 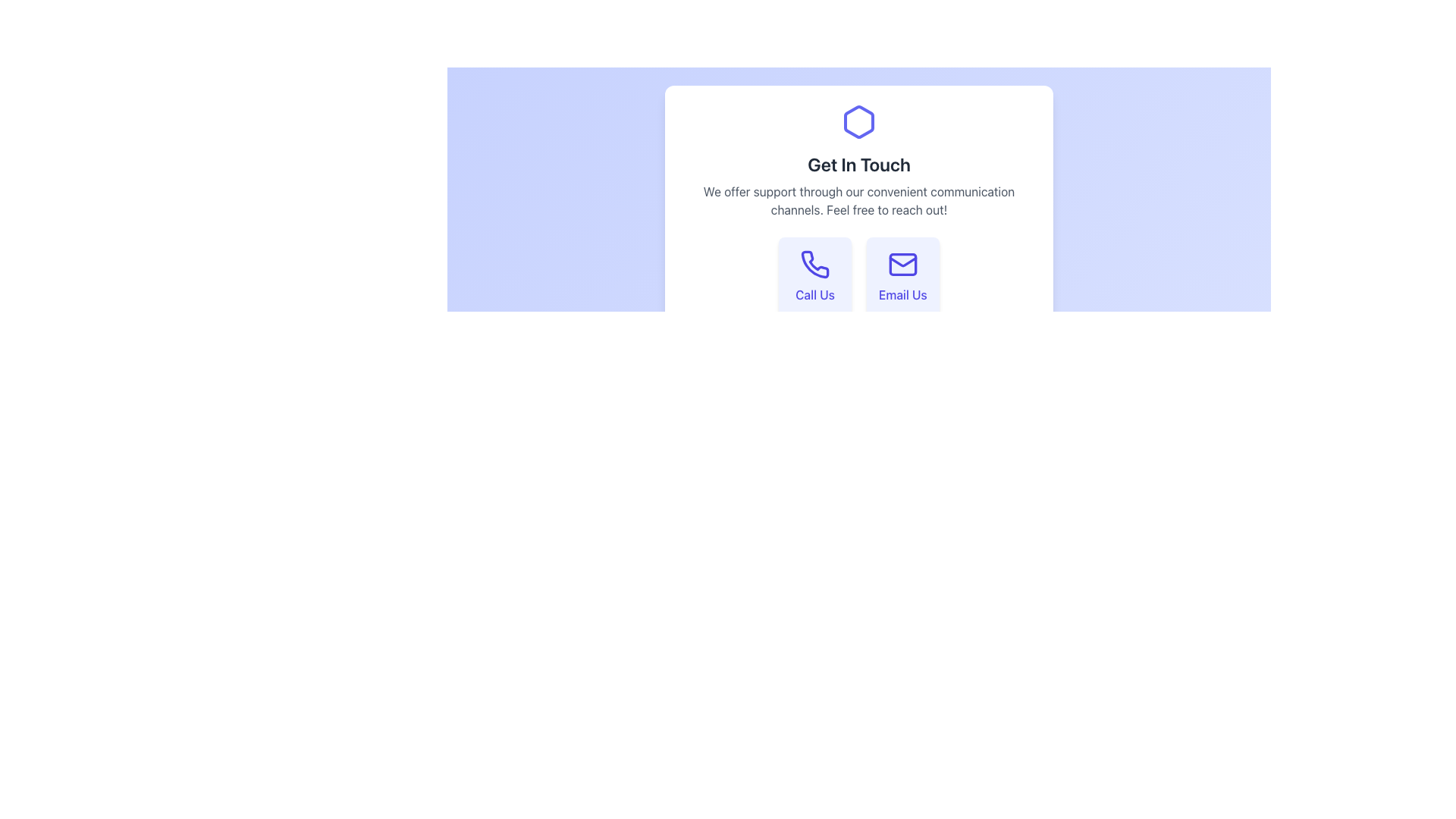 What do you see at coordinates (814, 263) in the screenshot?
I see `the phone receiver icon within the 'Call Us' button, which is outlined in indigo and positioned above the text` at bounding box center [814, 263].